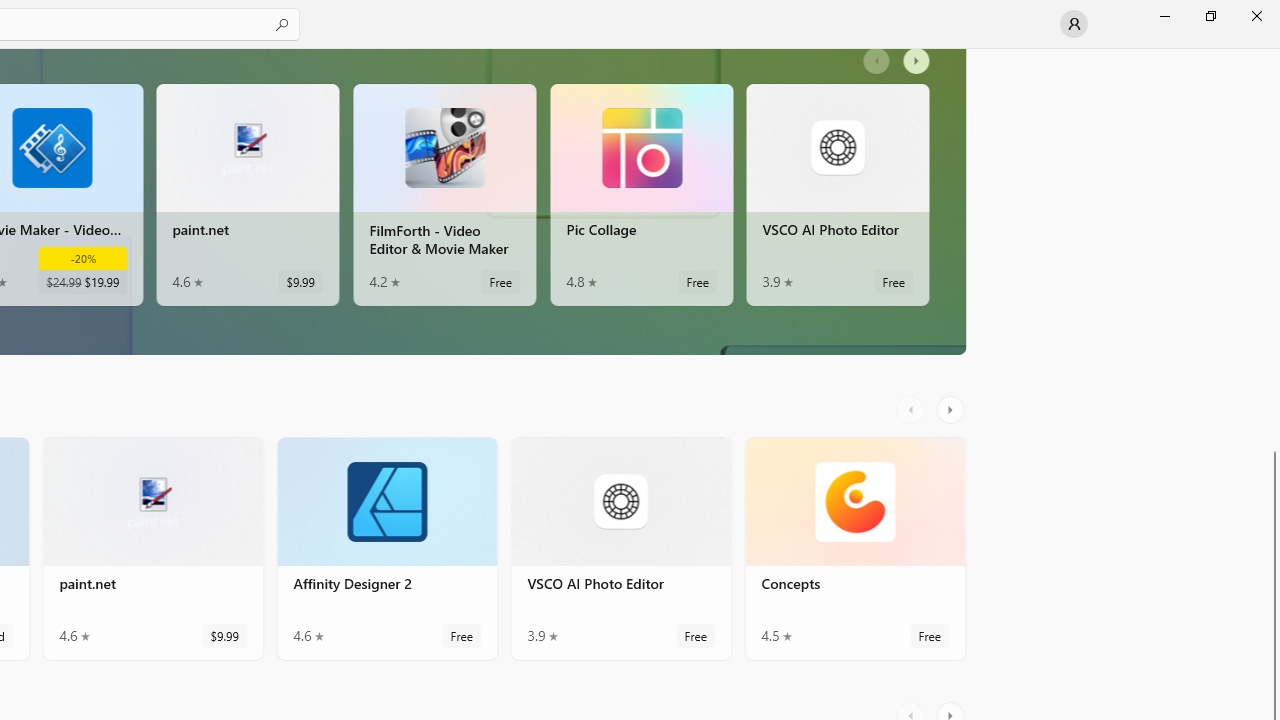 Image resolution: width=1280 pixels, height=720 pixels. I want to click on 'Concepts. Average rating of 4.5 out of five stars. Free  ', so click(855, 549).